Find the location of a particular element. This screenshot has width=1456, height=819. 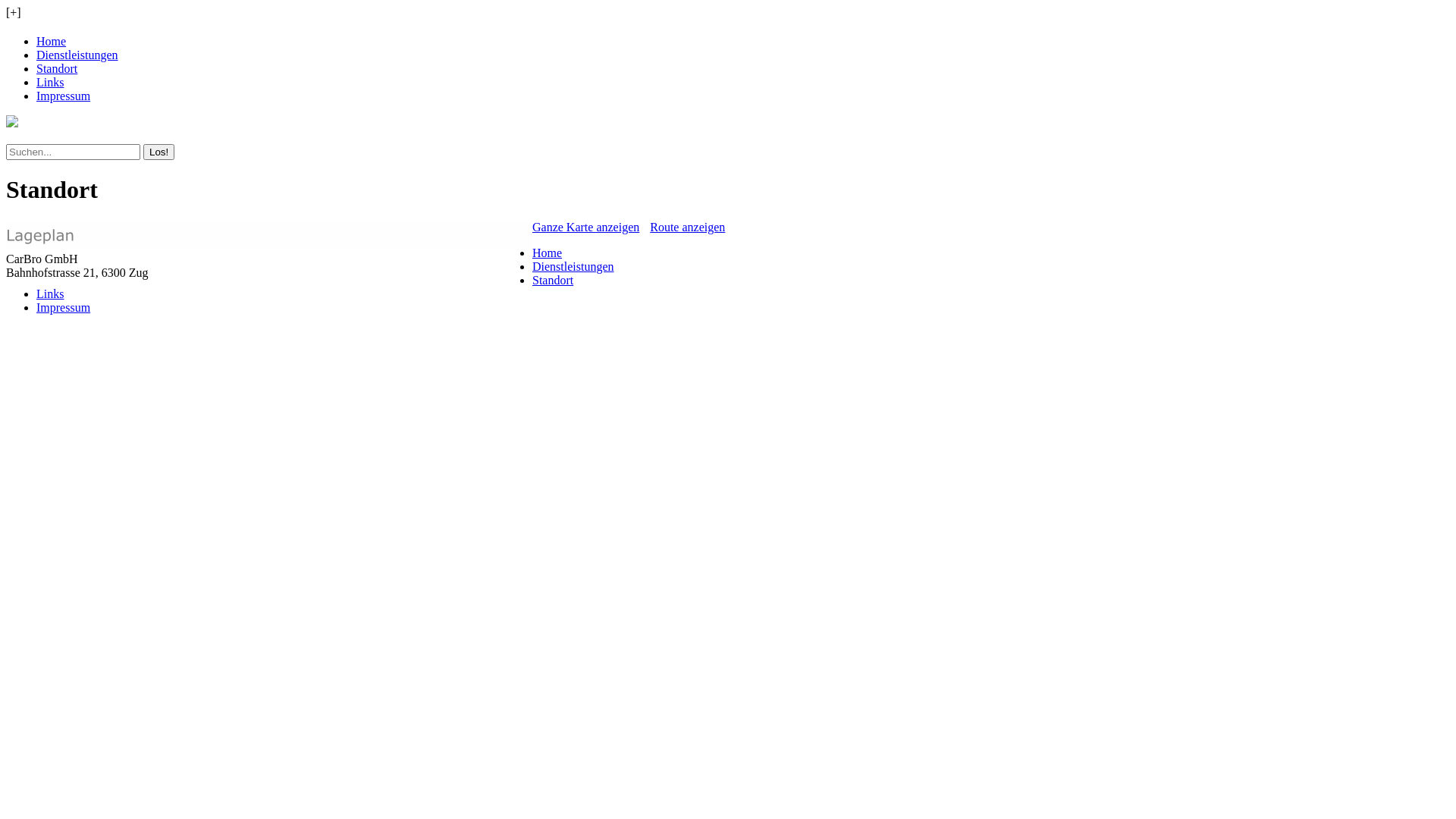

'Los!' is located at coordinates (158, 152).